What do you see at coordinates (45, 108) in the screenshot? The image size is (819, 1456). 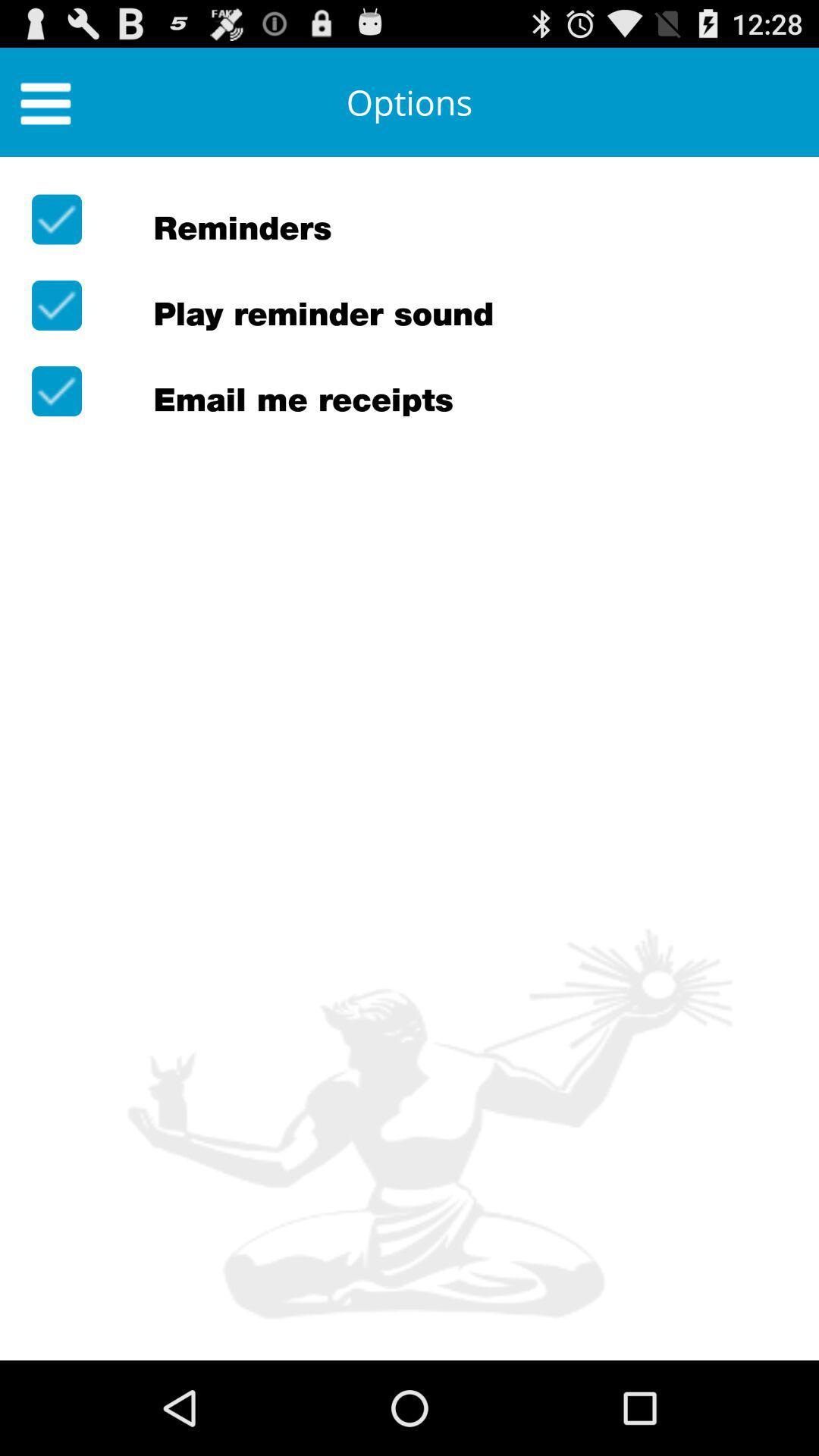 I see `the menu icon` at bounding box center [45, 108].